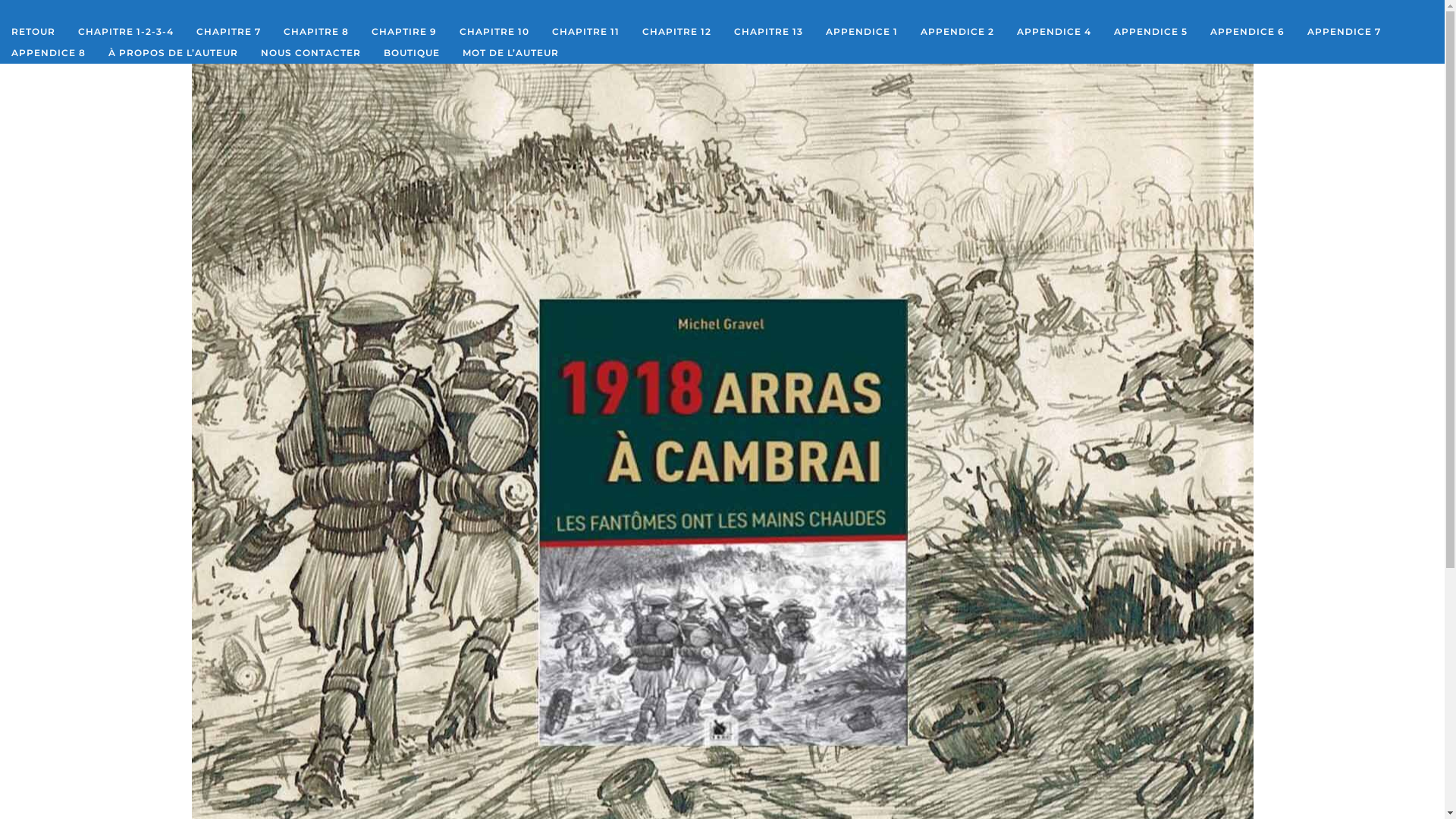  I want to click on 'CHAPITRE 7', so click(227, 32).